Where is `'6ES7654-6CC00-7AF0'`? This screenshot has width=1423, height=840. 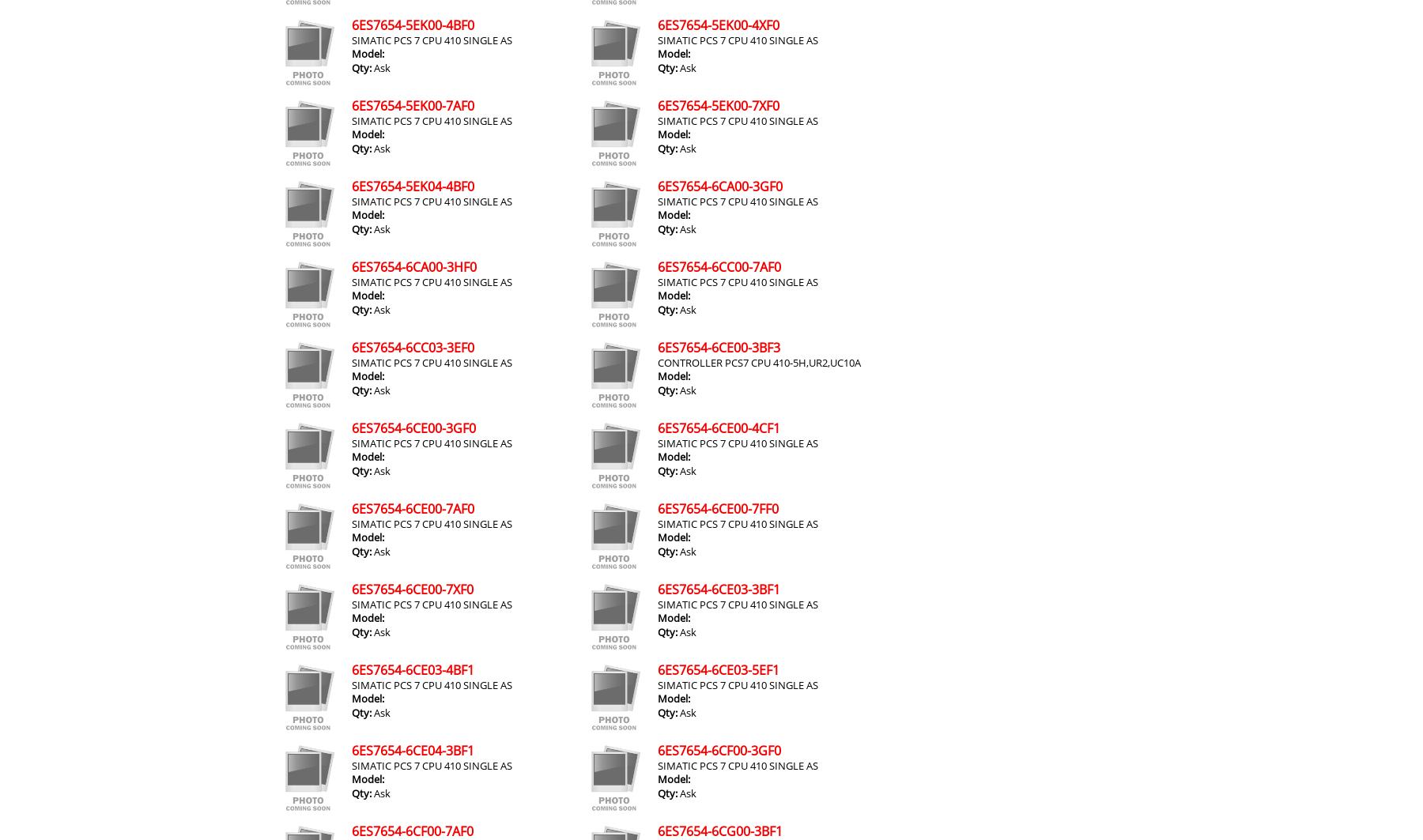
'6ES7654-6CC00-7AF0' is located at coordinates (718, 267).